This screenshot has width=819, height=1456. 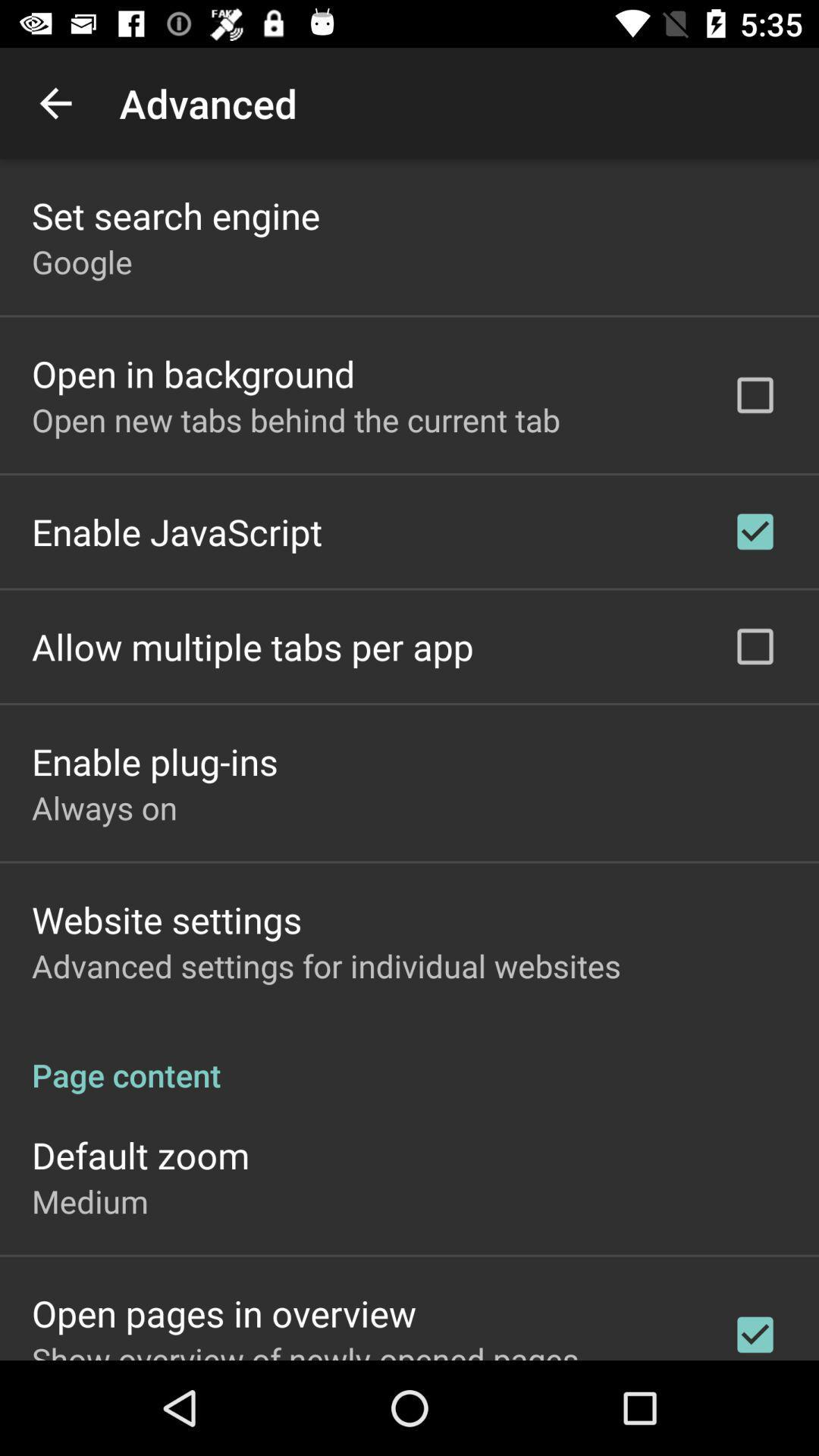 I want to click on enable plug-ins icon, so click(x=155, y=761).